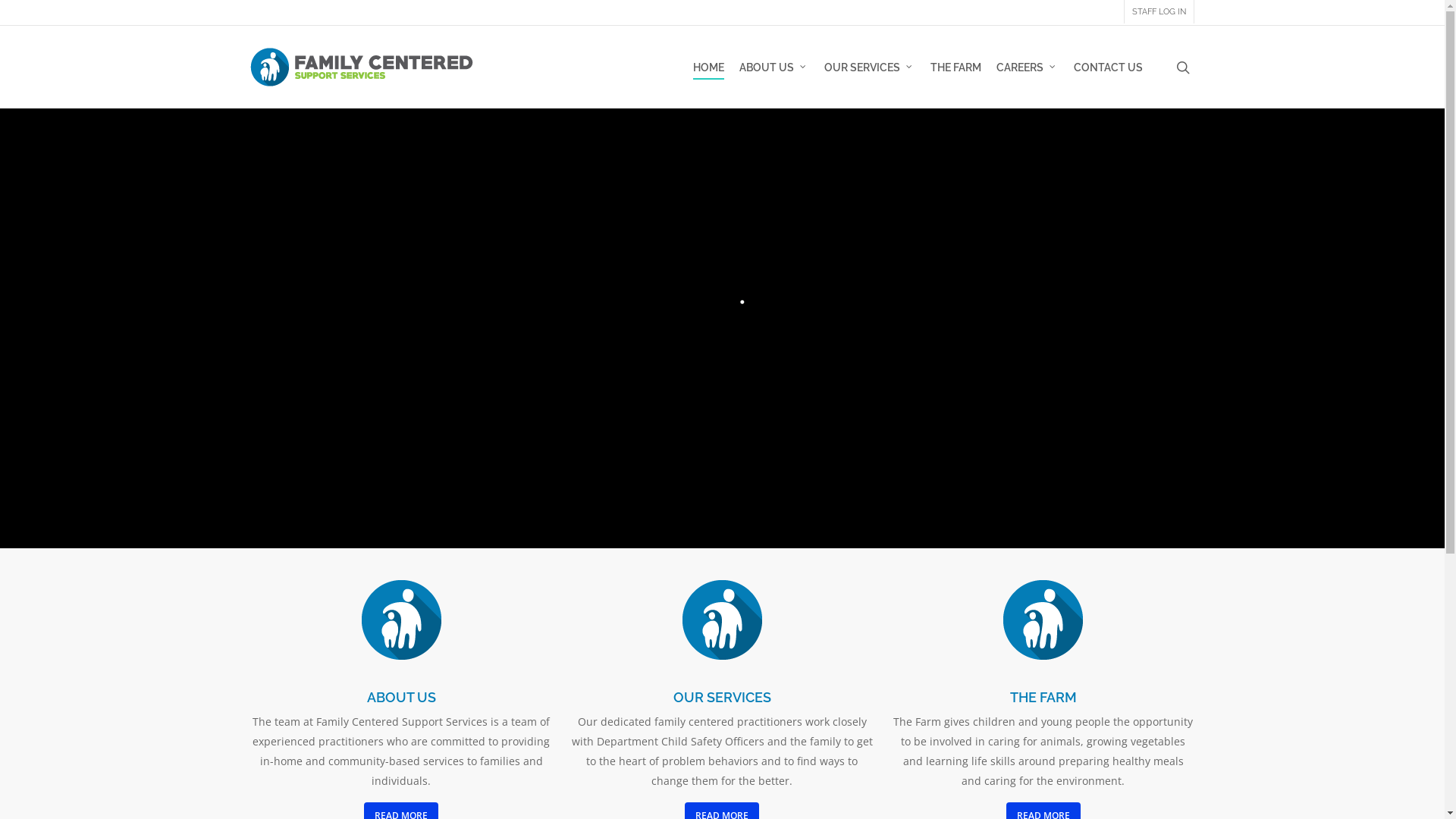 The height and width of the screenshot is (819, 1456). What do you see at coordinates (1027, 66) in the screenshot?
I see `'CAREERS'` at bounding box center [1027, 66].